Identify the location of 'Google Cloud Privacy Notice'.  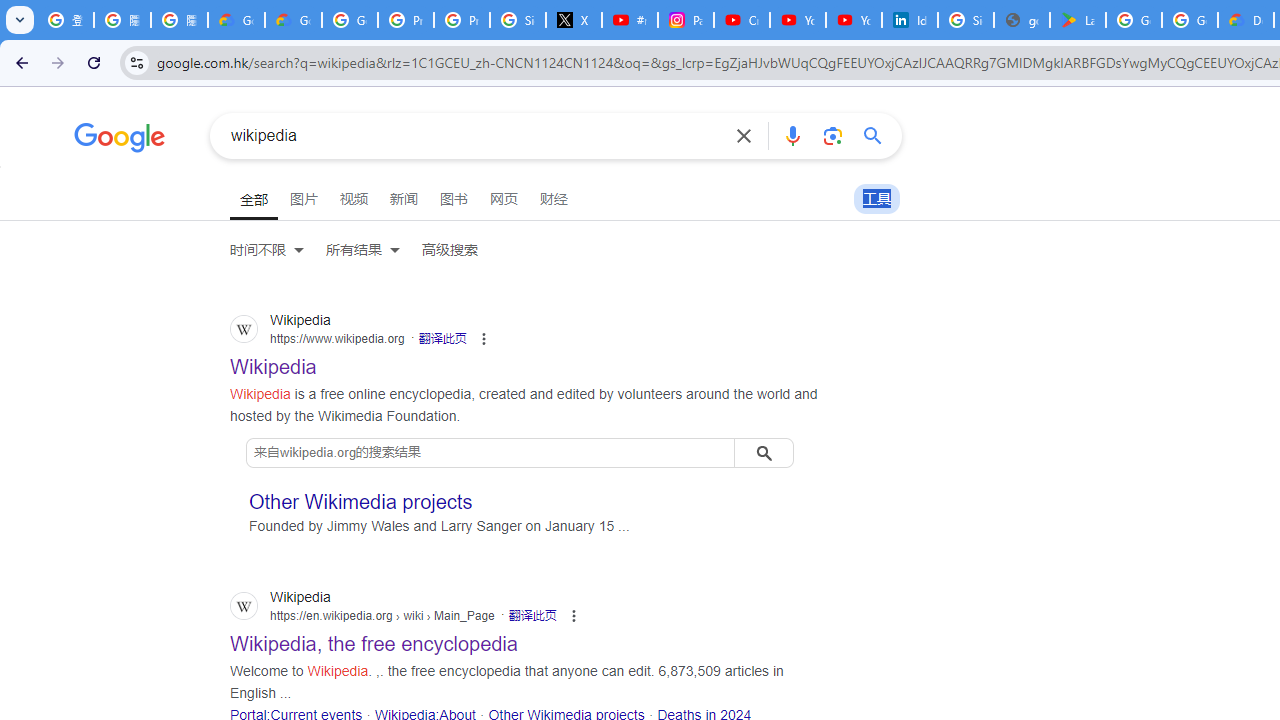
(292, 20).